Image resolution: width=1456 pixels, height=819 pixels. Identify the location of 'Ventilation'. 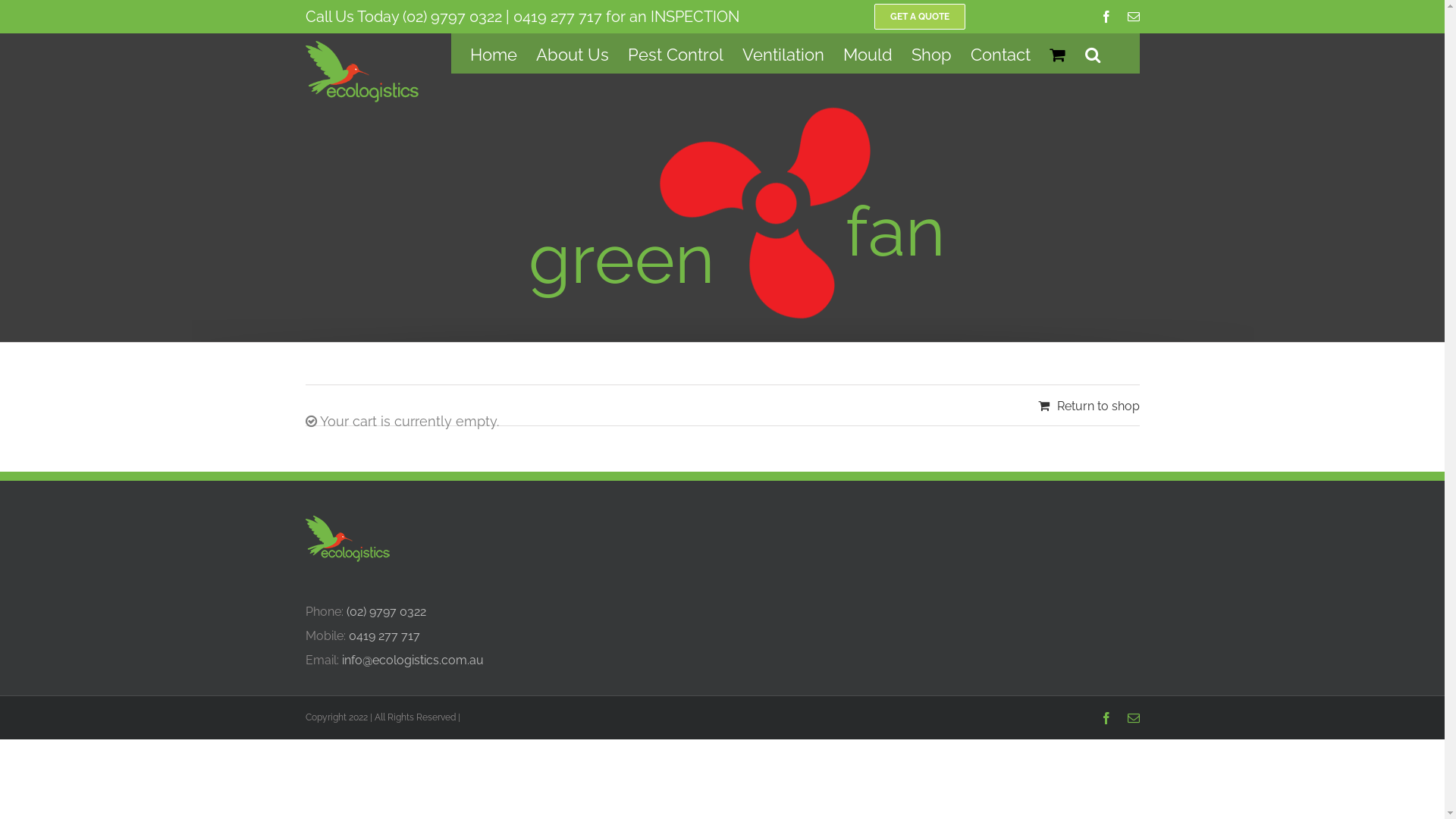
(783, 52).